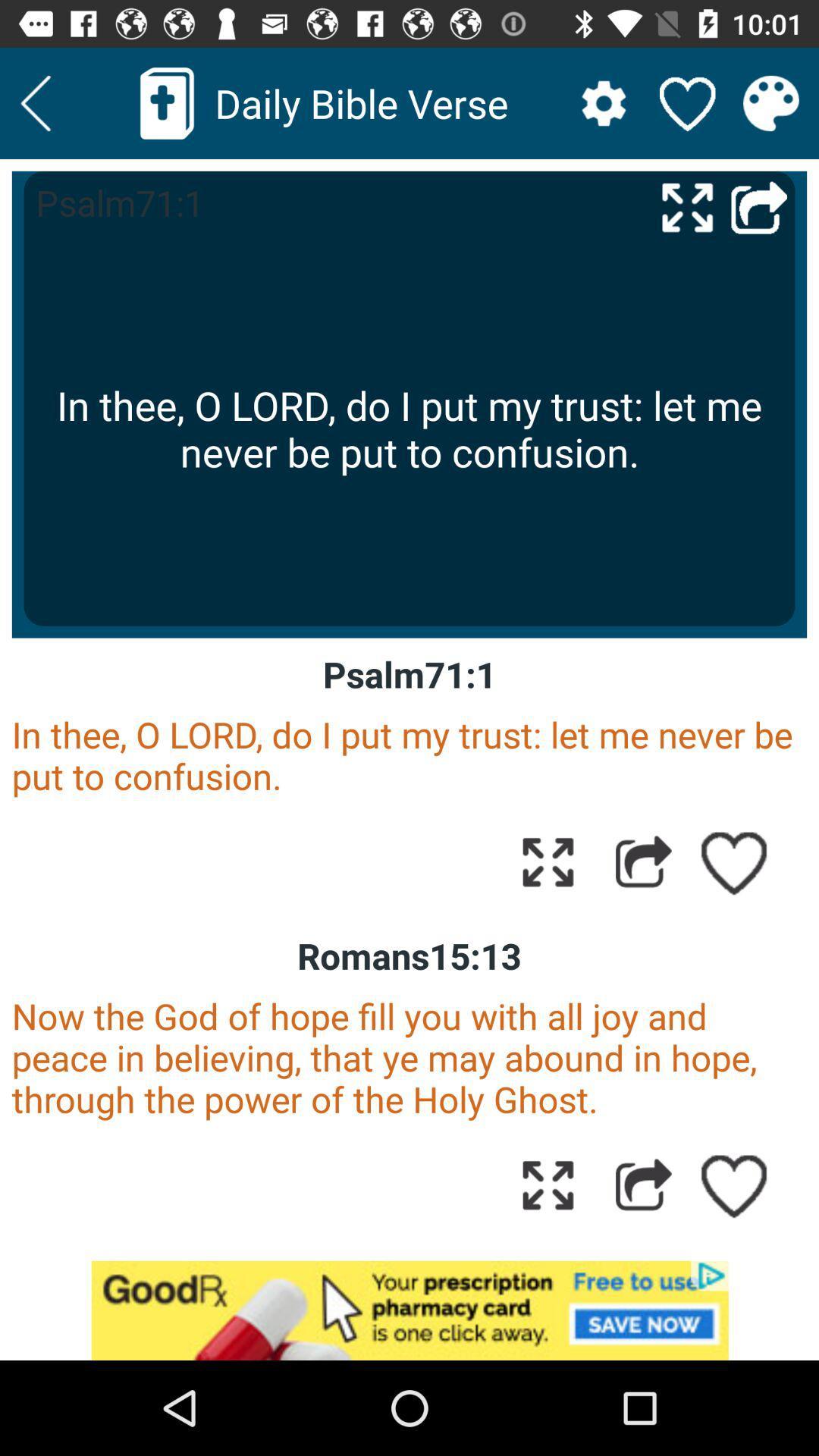 This screenshot has height=1456, width=819. Describe the element at coordinates (771, 102) in the screenshot. I see `information` at that location.